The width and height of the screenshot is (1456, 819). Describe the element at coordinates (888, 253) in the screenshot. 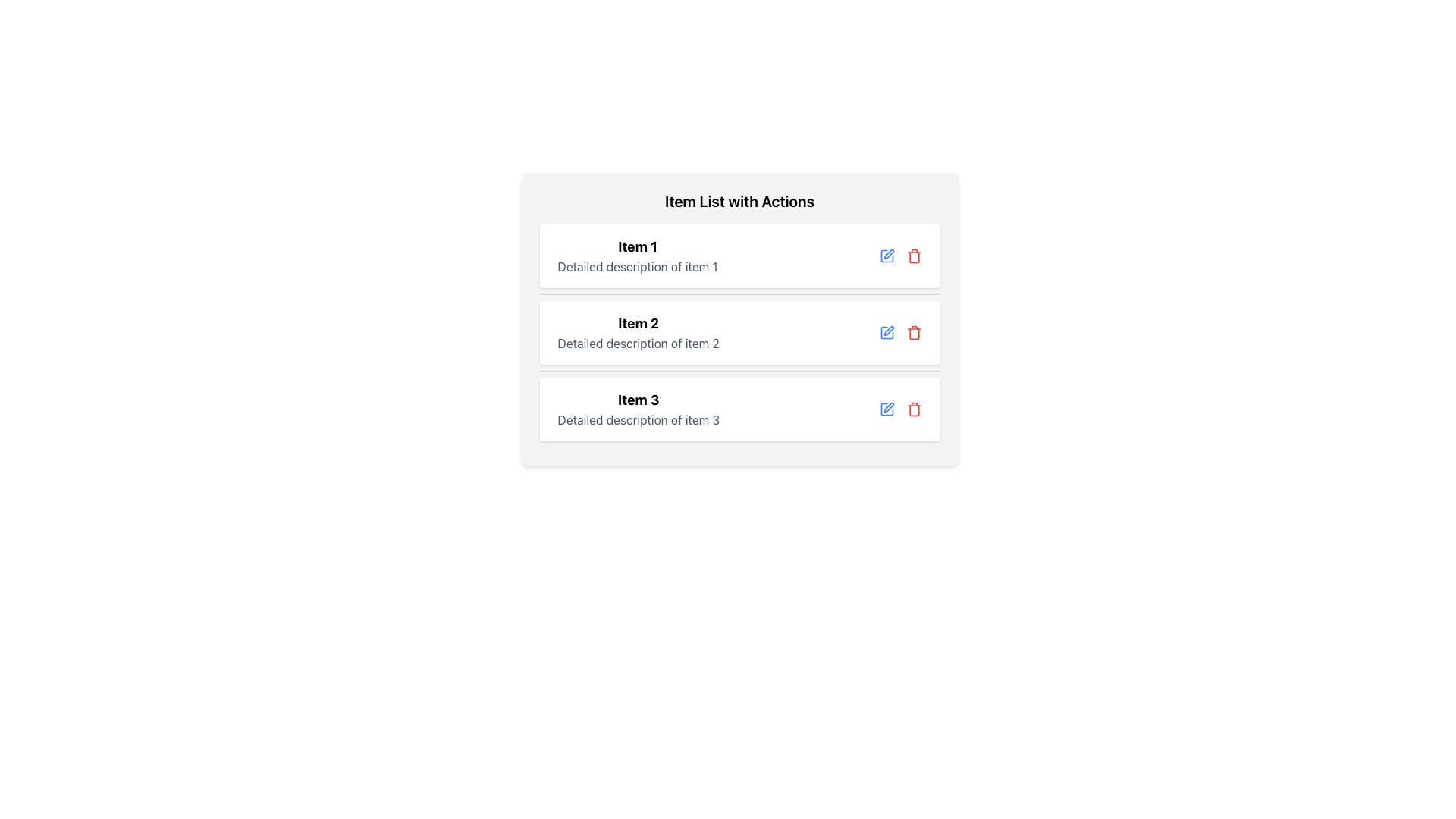

I see `the pen or edit icon located at the right end of the 'Item 1' row` at that location.